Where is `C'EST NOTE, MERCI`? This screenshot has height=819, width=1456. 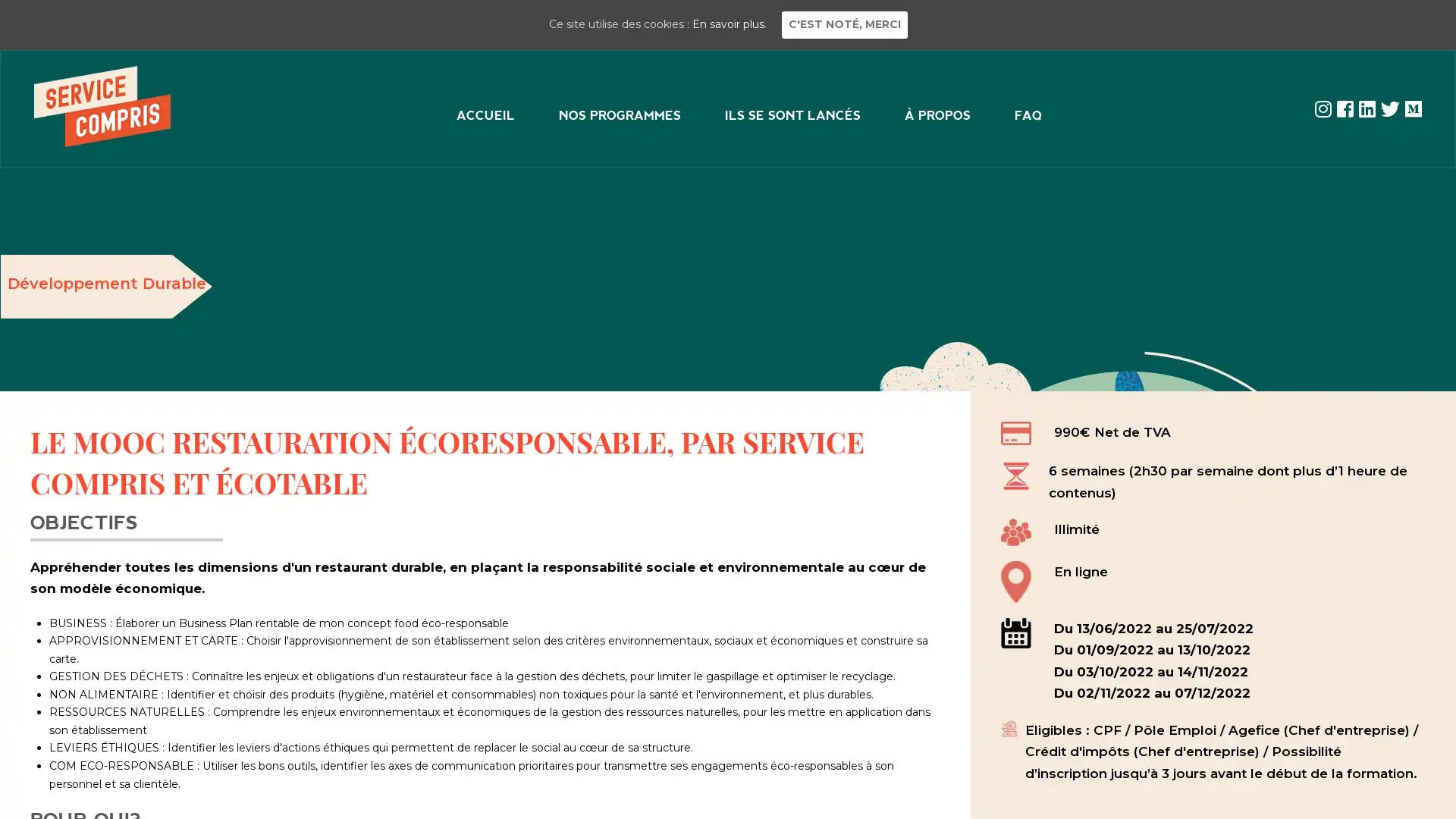
C'EST NOTE, MERCI is located at coordinates (843, 24).